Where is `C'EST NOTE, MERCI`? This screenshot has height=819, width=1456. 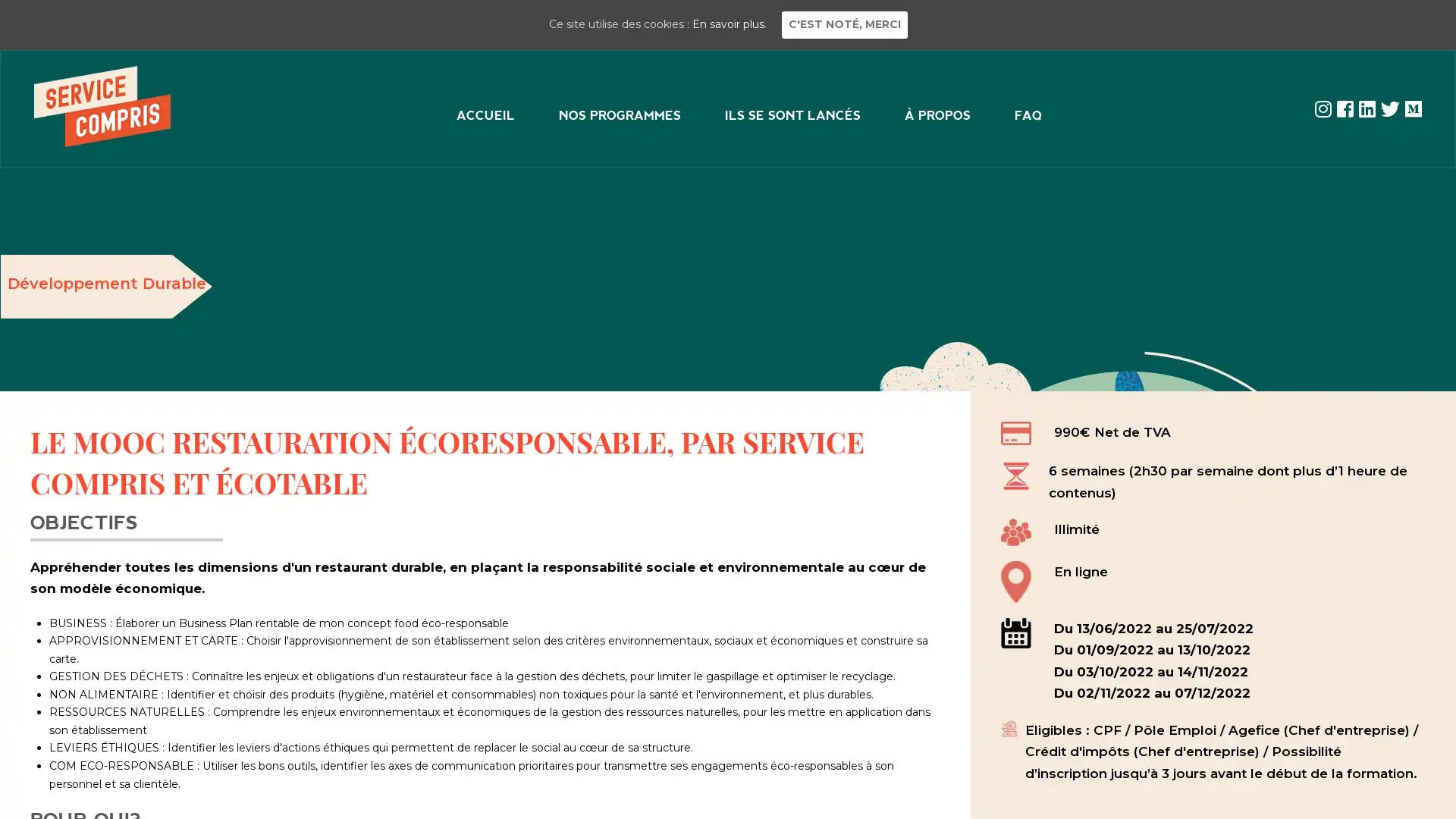
C'EST NOTE, MERCI is located at coordinates (843, 24).